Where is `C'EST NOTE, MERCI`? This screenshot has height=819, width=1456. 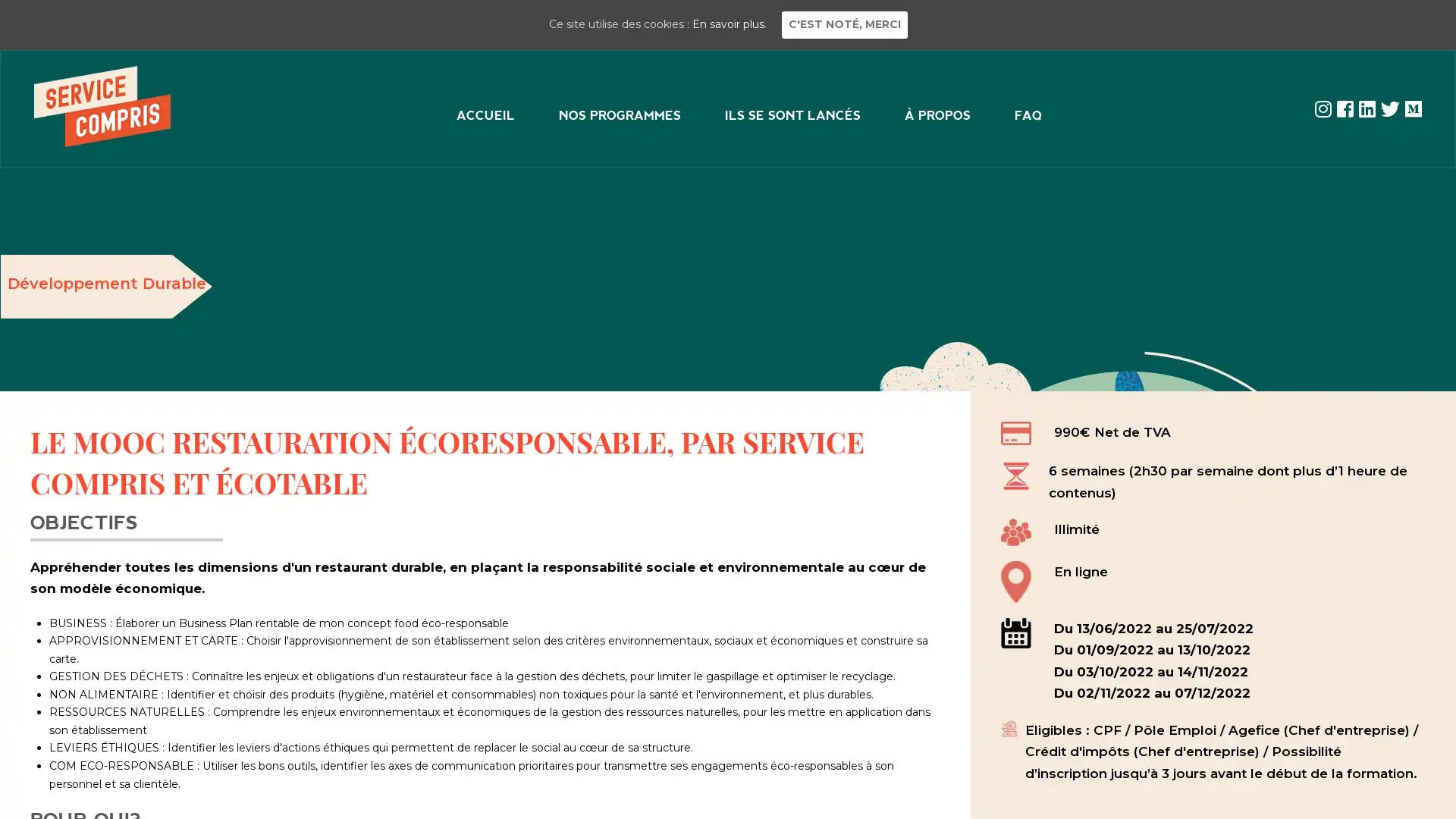
C'EST NOTE, MERCI is located at coordinates (843, 24).